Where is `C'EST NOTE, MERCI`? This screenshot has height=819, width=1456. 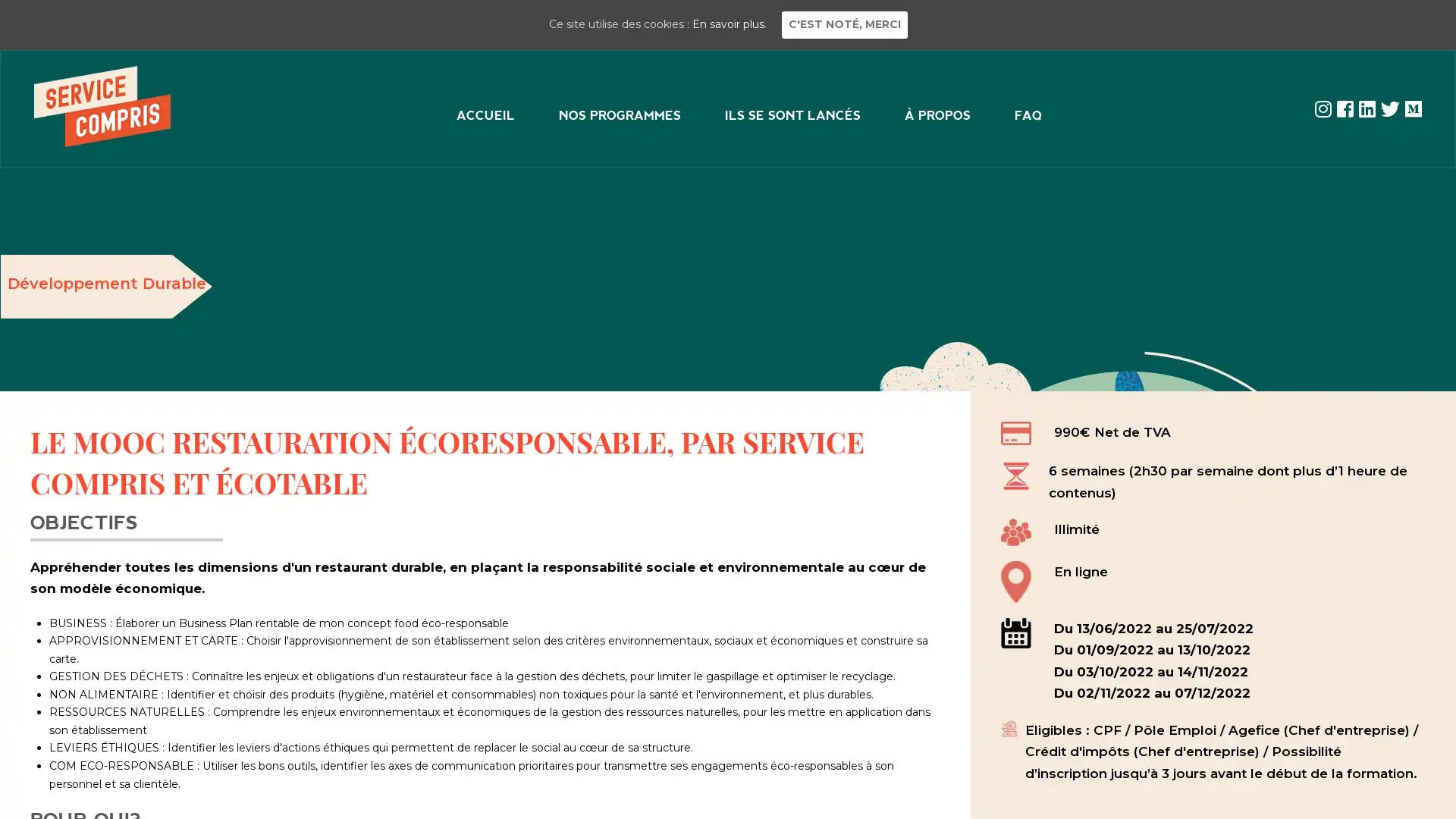
C'EST NOTE, MERCI is located at coordinates (843, 24).